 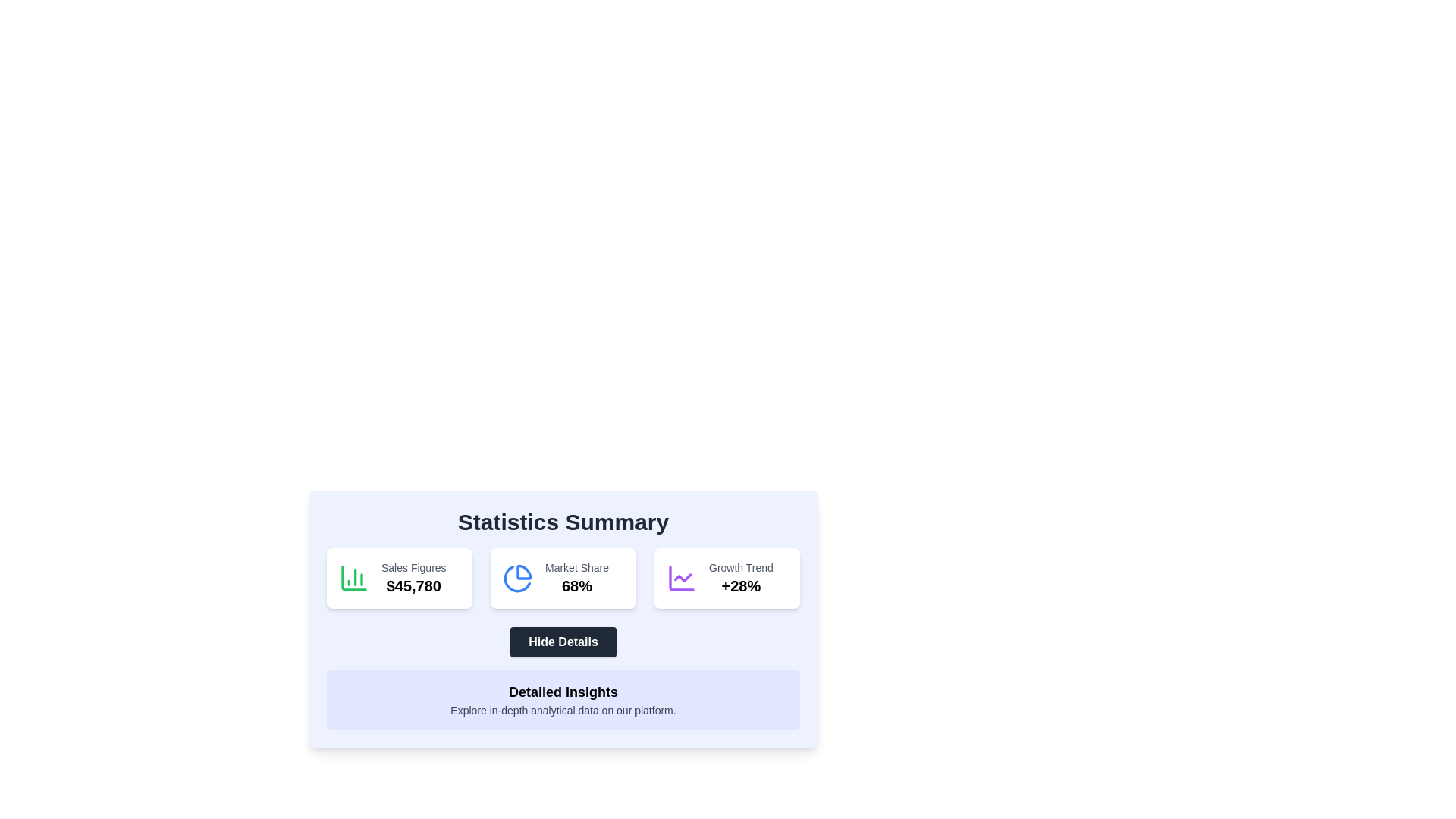 What do you see at coordinates (517, 579) in the screenshot?
I see `the blue pie chart icon located in the middle section of the Statistics Summary card, prominently above the 'Hide Details' button` at bounding box center [517, 579].